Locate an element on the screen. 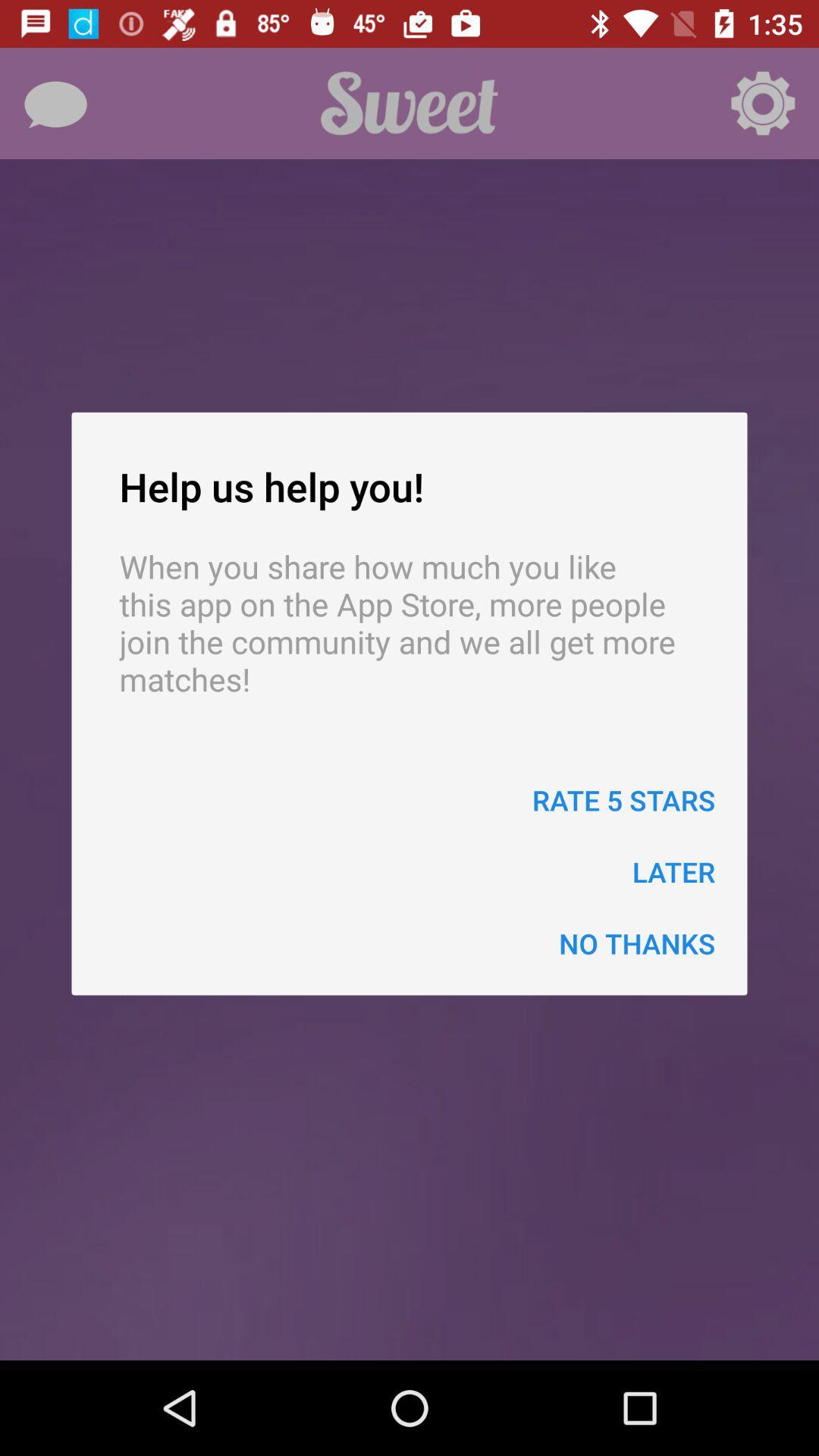 The width and height of the screenshot is (819, 1456). rate 5 stars item is located at coordinates (623, 799).